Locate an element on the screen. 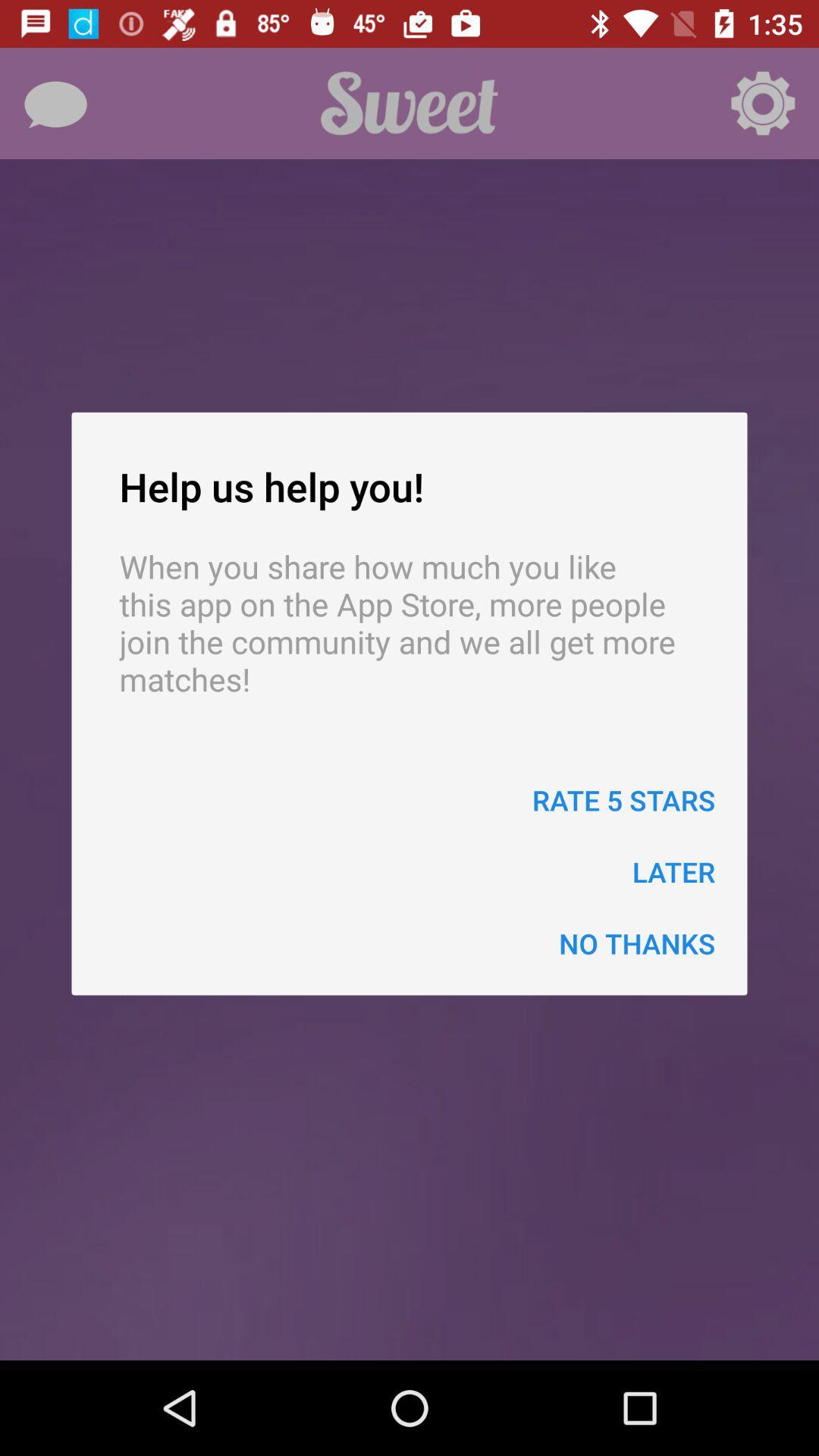 The width and height of the screenshot is (819, 1456). rate 5 stars item is located at coordinates (623, 799).